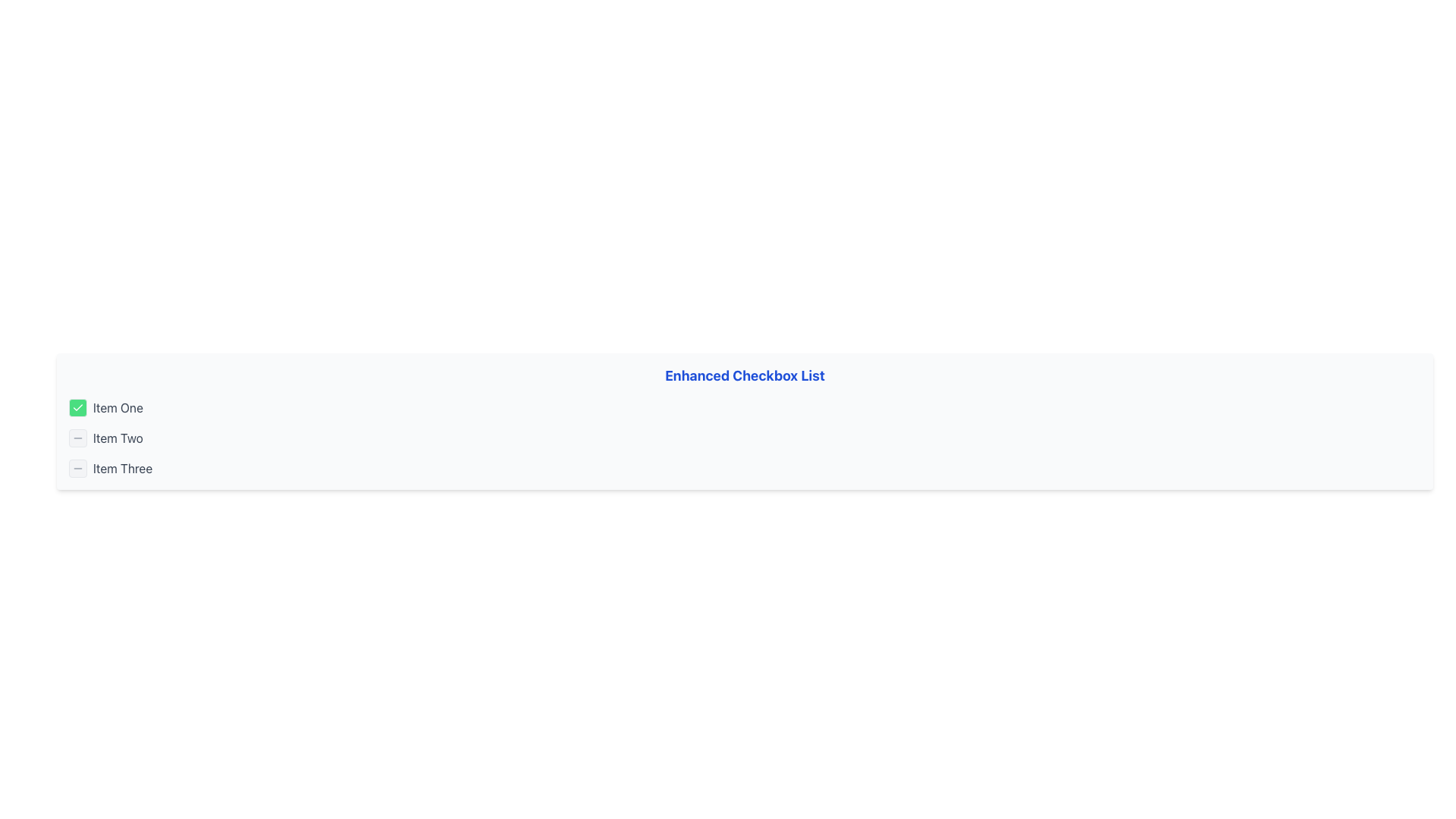  I want to click on the active Checkbox element located to the left of the text 'Item One', so click(77, 406).